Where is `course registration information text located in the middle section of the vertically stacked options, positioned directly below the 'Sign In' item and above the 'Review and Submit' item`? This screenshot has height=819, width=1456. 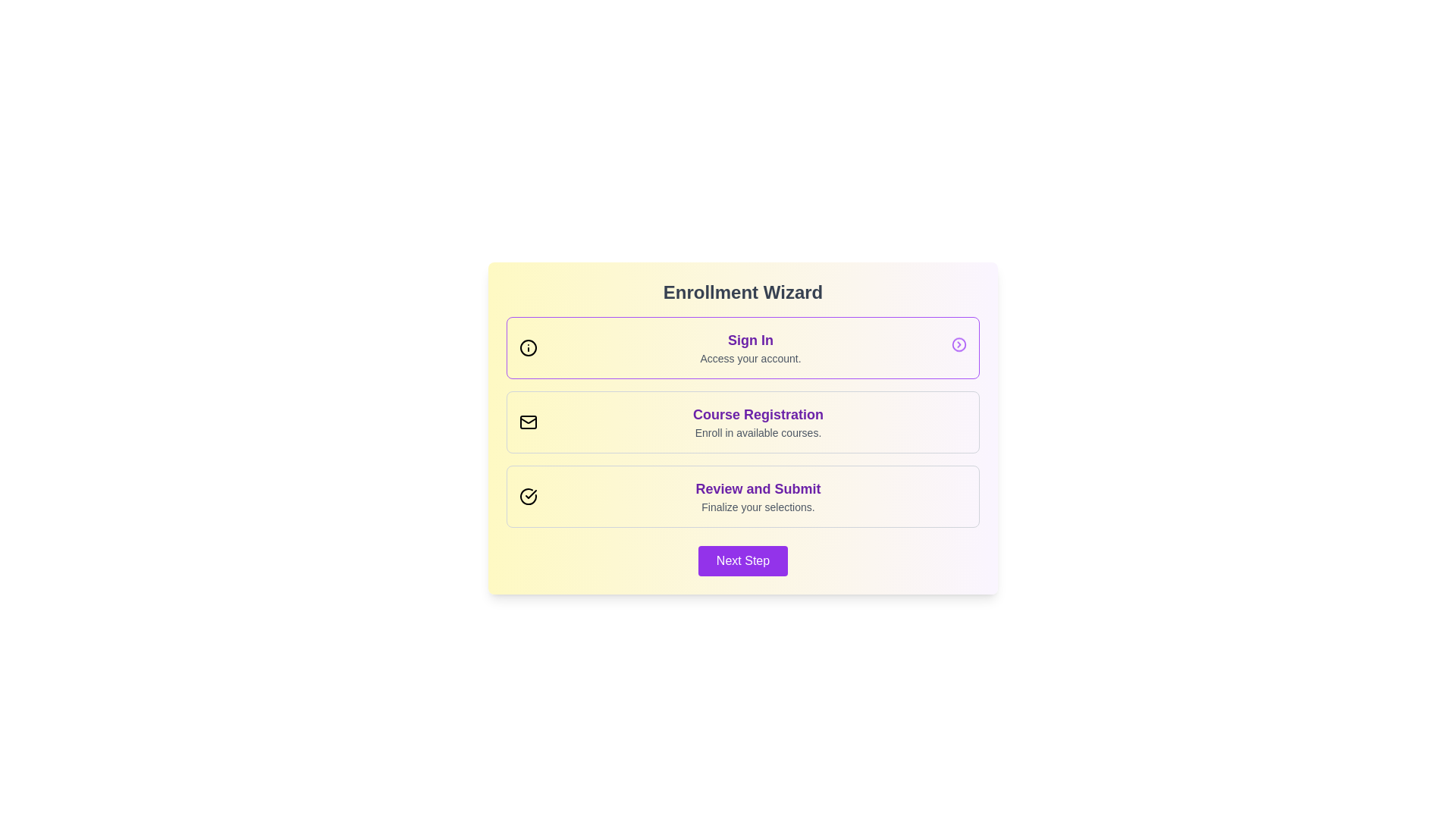
course registration information text located in the middle section of the vertically stacked options, positioned directly below the 'Sign In' item and above the 'Review and Submit' item is located at coordinates (758, 422).